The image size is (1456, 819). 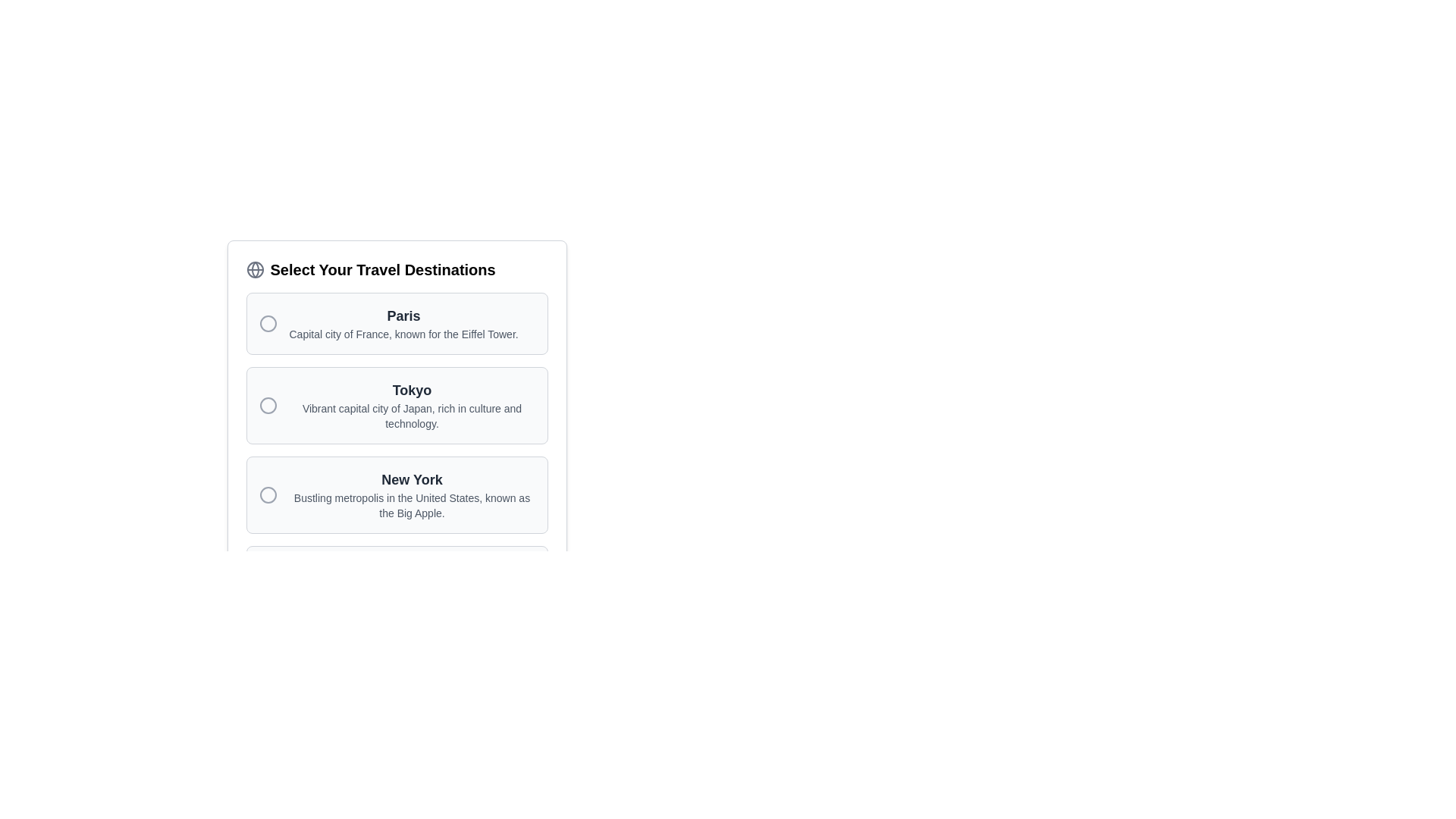 What do you see at coordinates (268, 494) in the screenshot?
I see `the 'New York' radio button in the 'Select Your Travel Destinations' section` at bounding box center [268, 494].